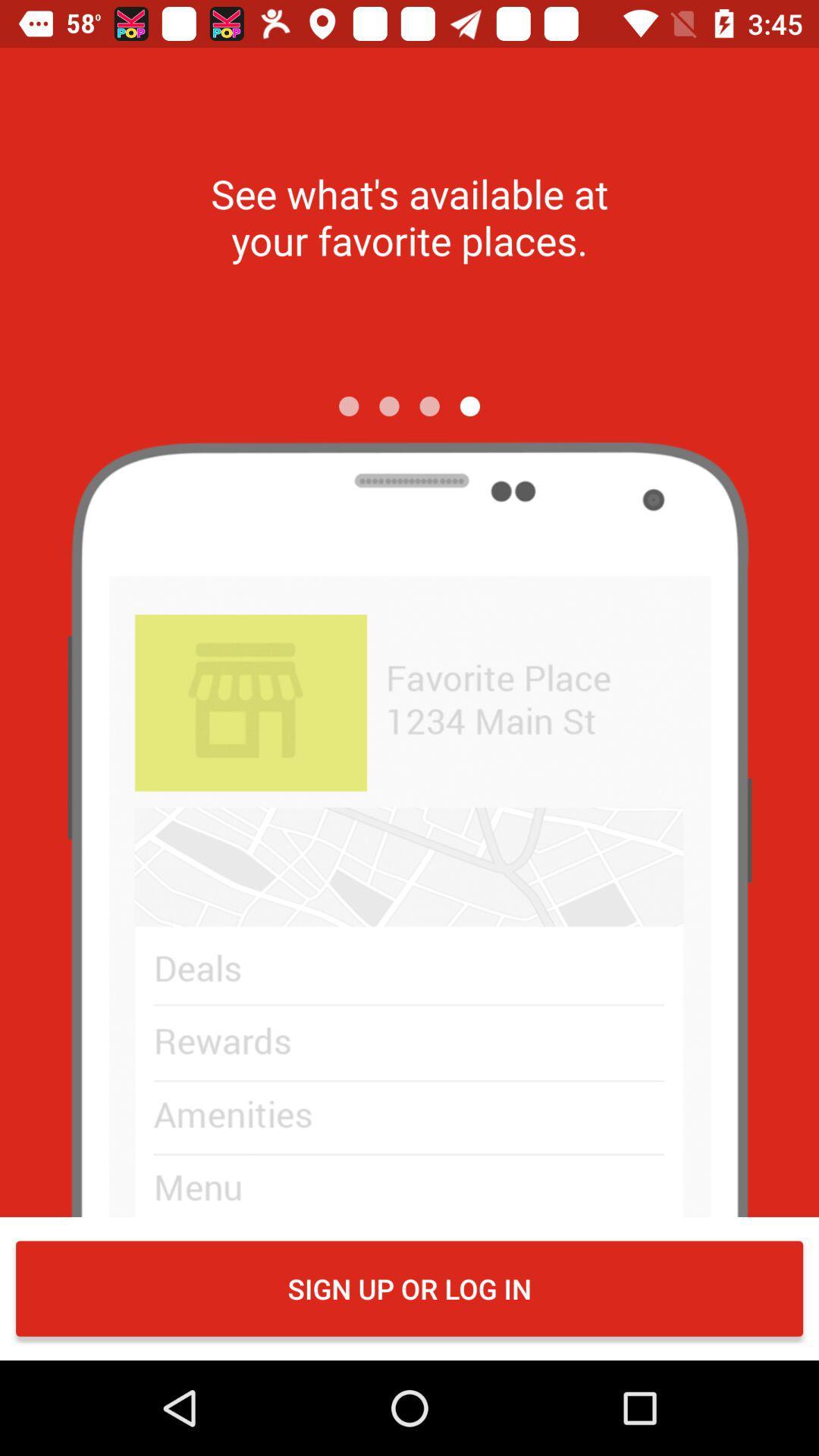 The image size is (819, 1456). I want to click on sign up or, so click(409, 1288).